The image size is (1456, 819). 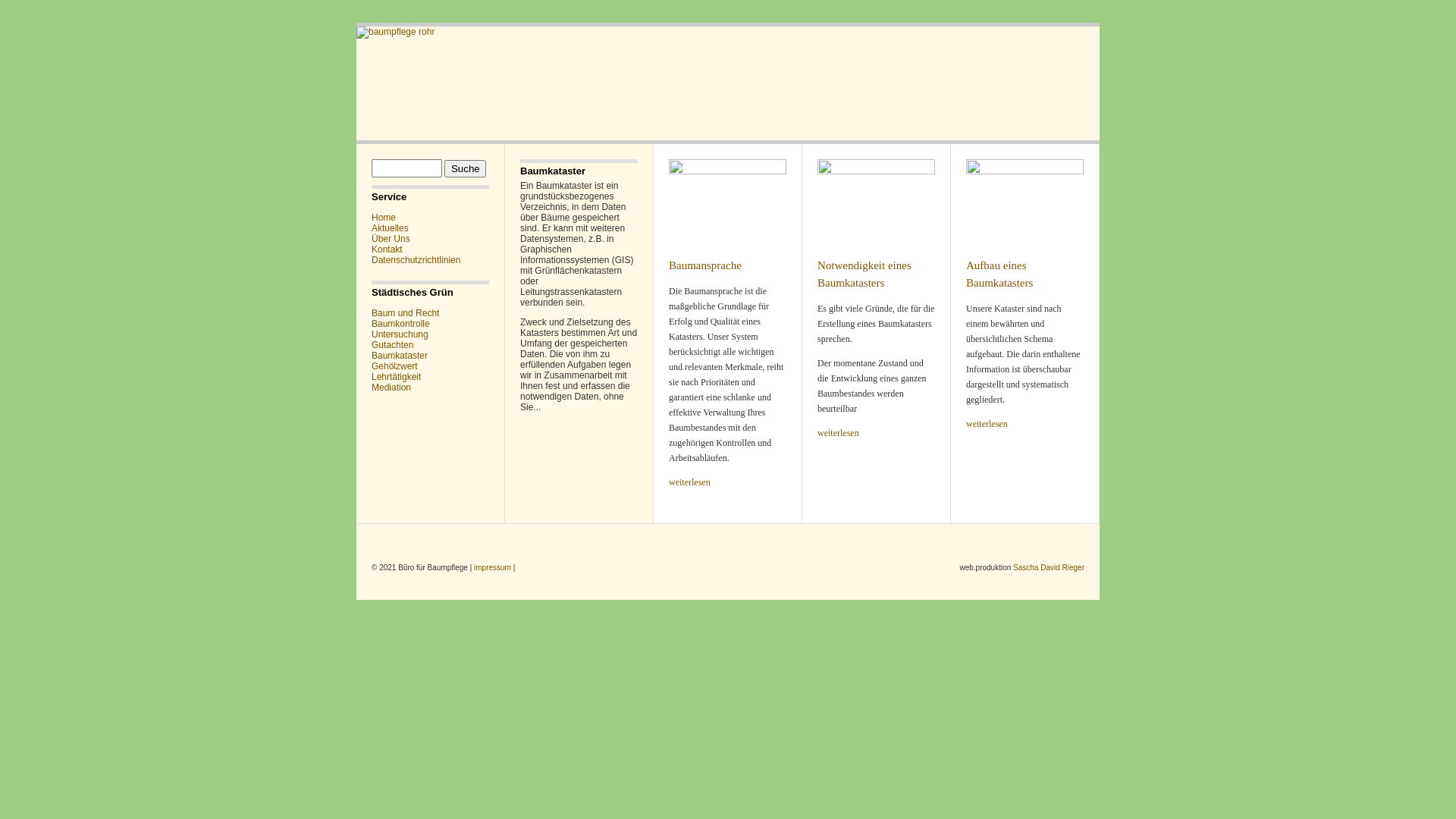 What do you see at coordinates (371, 248) in the screenshot?
I see `'Kontakt'` at bounding box center [371, 248].